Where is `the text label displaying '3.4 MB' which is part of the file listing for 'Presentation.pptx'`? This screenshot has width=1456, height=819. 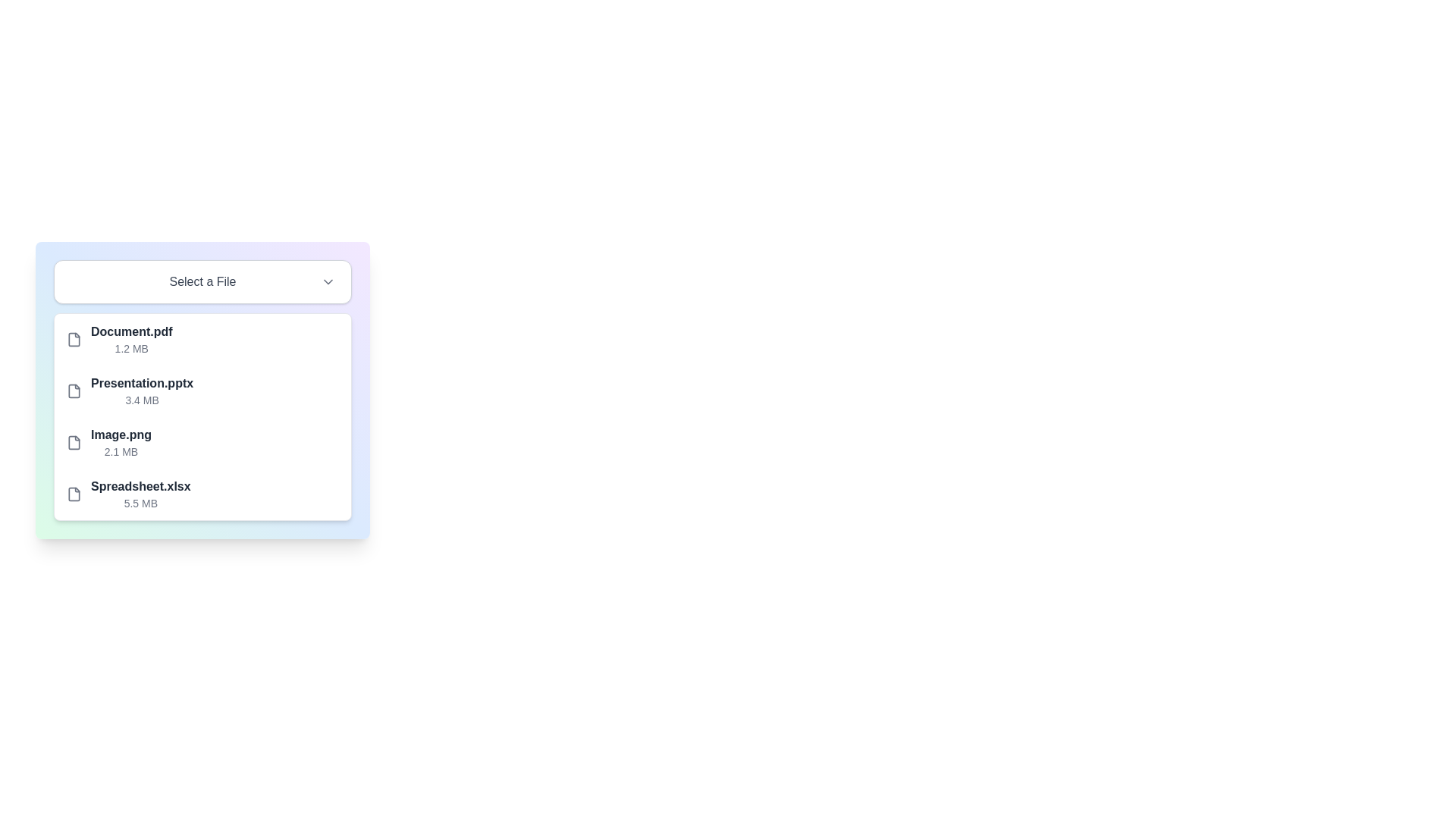 the text label displaying '3.4 MB' which is part of the file listing for 'Presentation.pptx' is located at coordinates (142, 400).